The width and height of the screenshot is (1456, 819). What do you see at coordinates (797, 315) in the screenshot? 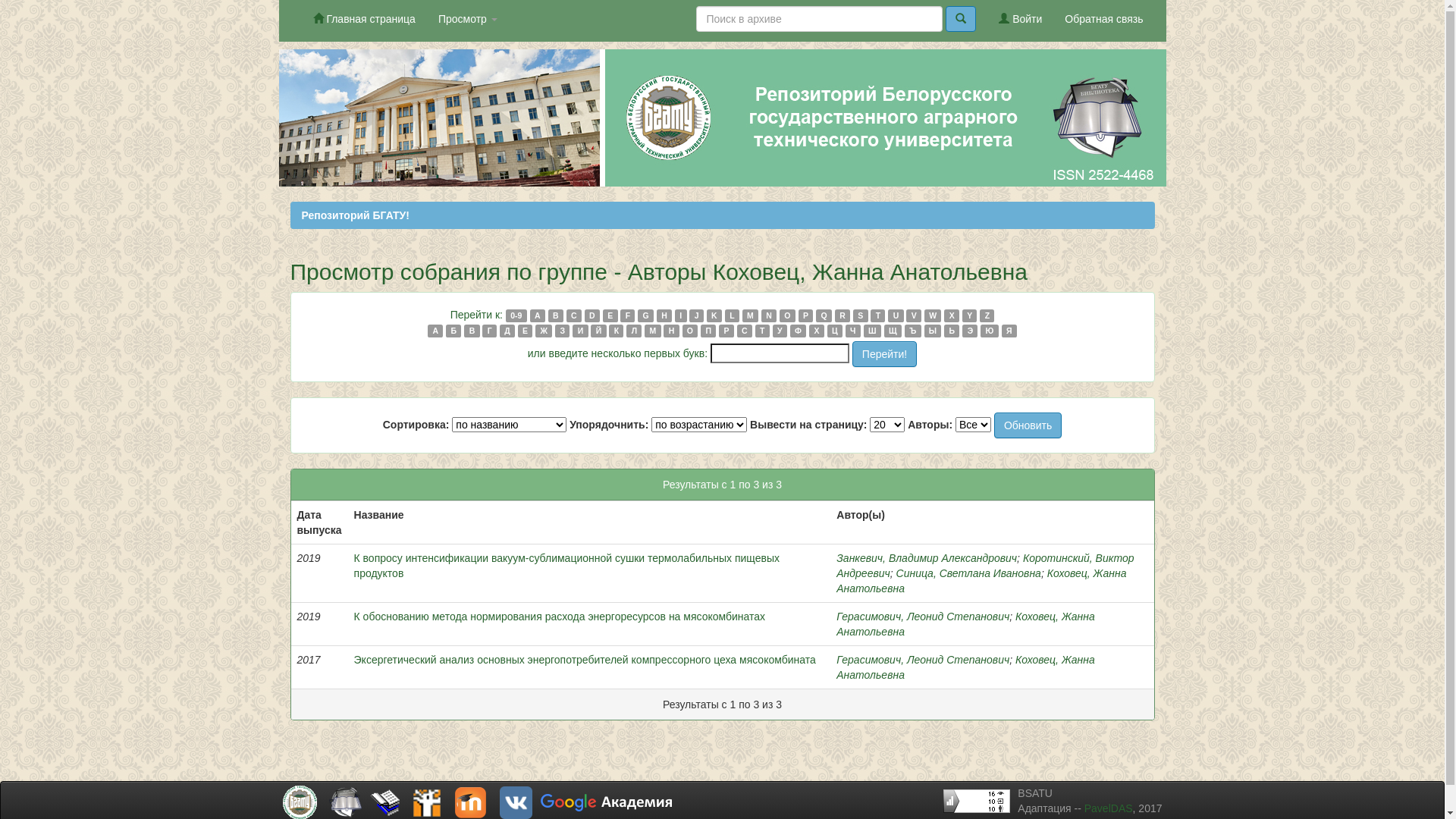
I see `'P'` at bounding box center [797, 315].